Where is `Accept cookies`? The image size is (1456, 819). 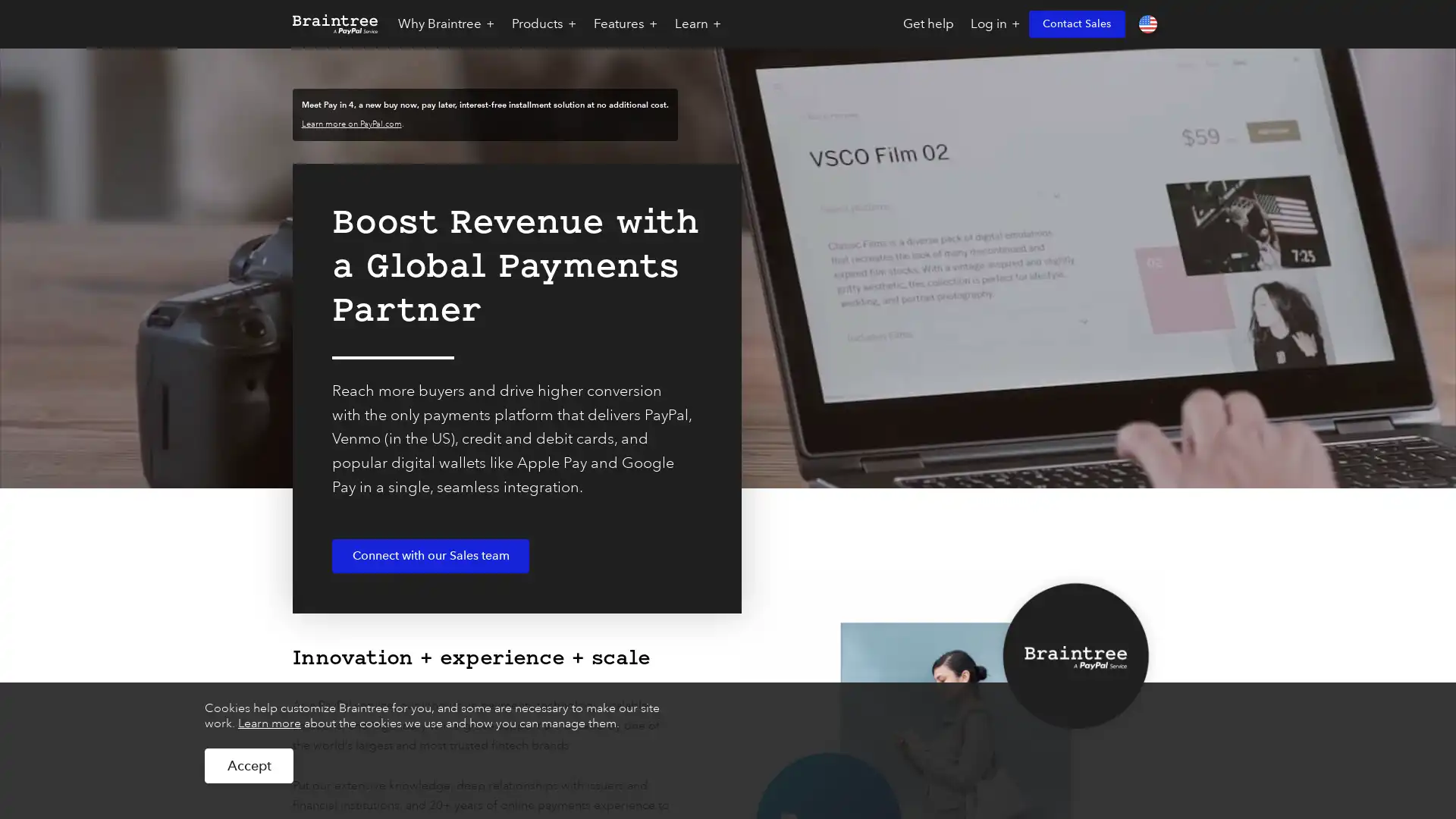 Accept cookies is located at coordinates (249, 765).